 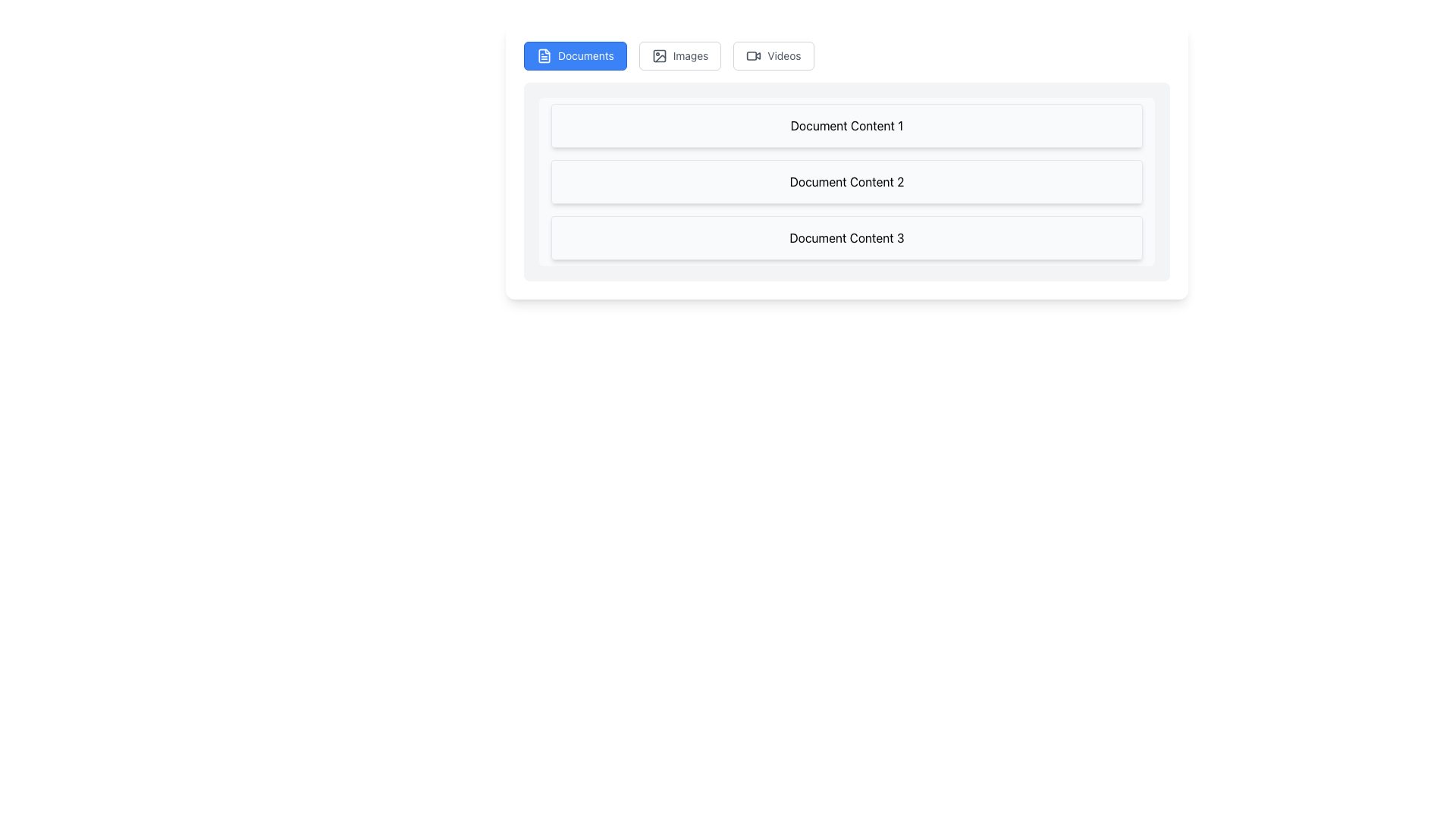 I want to click on the decorative icon fragment that symbolizes a document, located on the left side of the 'Documents' navigation tab, so click(x=544, y=55).